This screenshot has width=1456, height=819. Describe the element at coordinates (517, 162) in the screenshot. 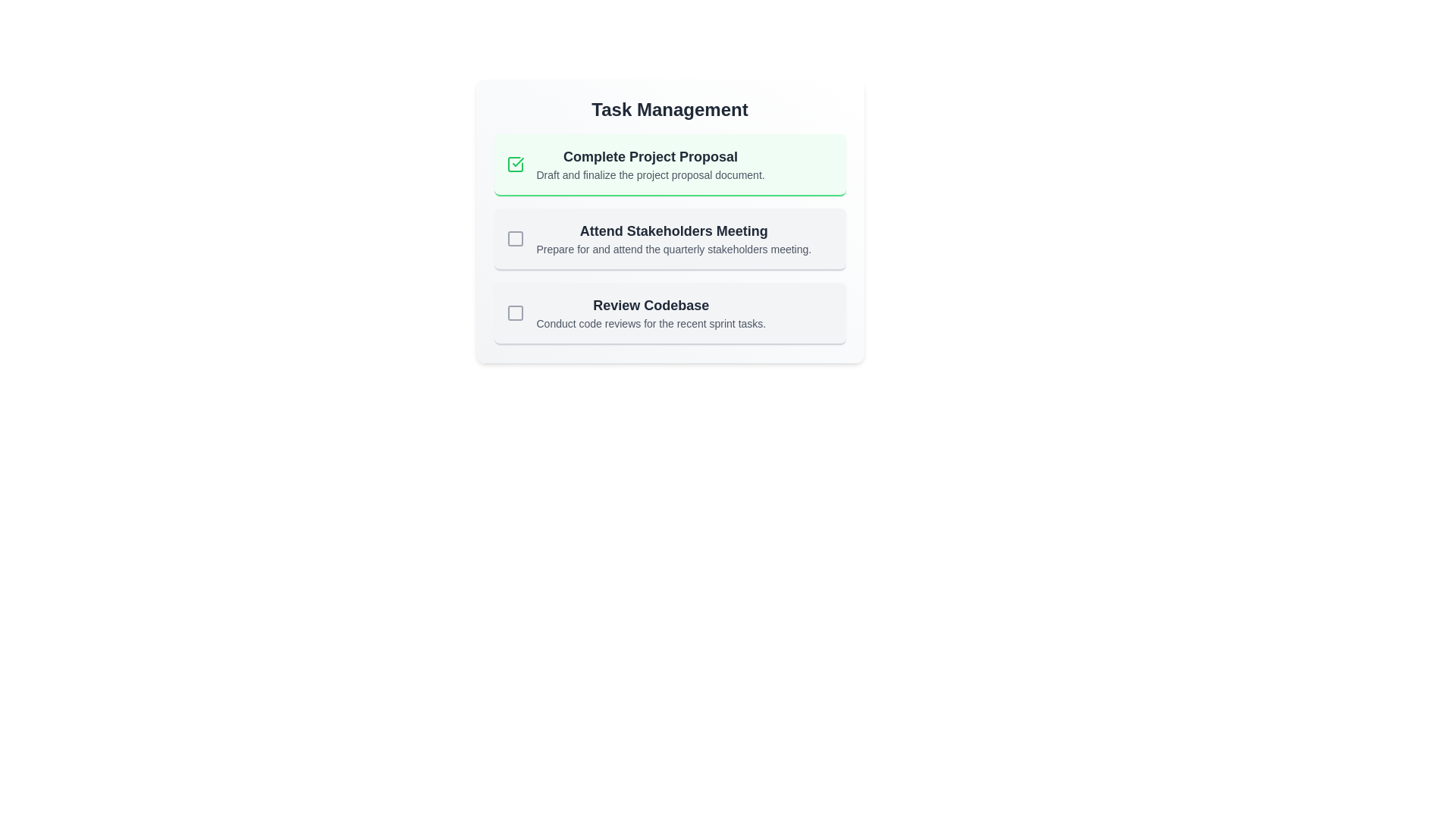

I see `the state of the task by clicking on the green checkmark icon associated with the 'Complete Project Proposal' task` at that location.